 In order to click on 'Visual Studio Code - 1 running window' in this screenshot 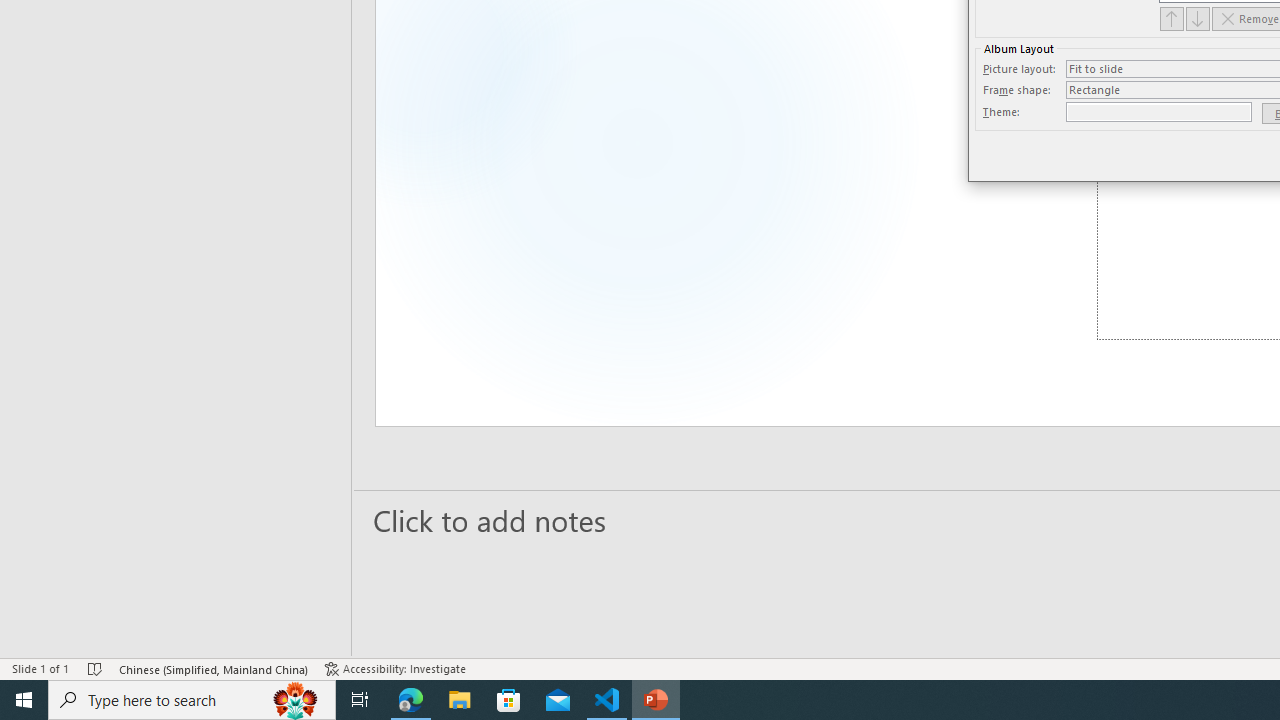, I will do `click(606, 698)`.